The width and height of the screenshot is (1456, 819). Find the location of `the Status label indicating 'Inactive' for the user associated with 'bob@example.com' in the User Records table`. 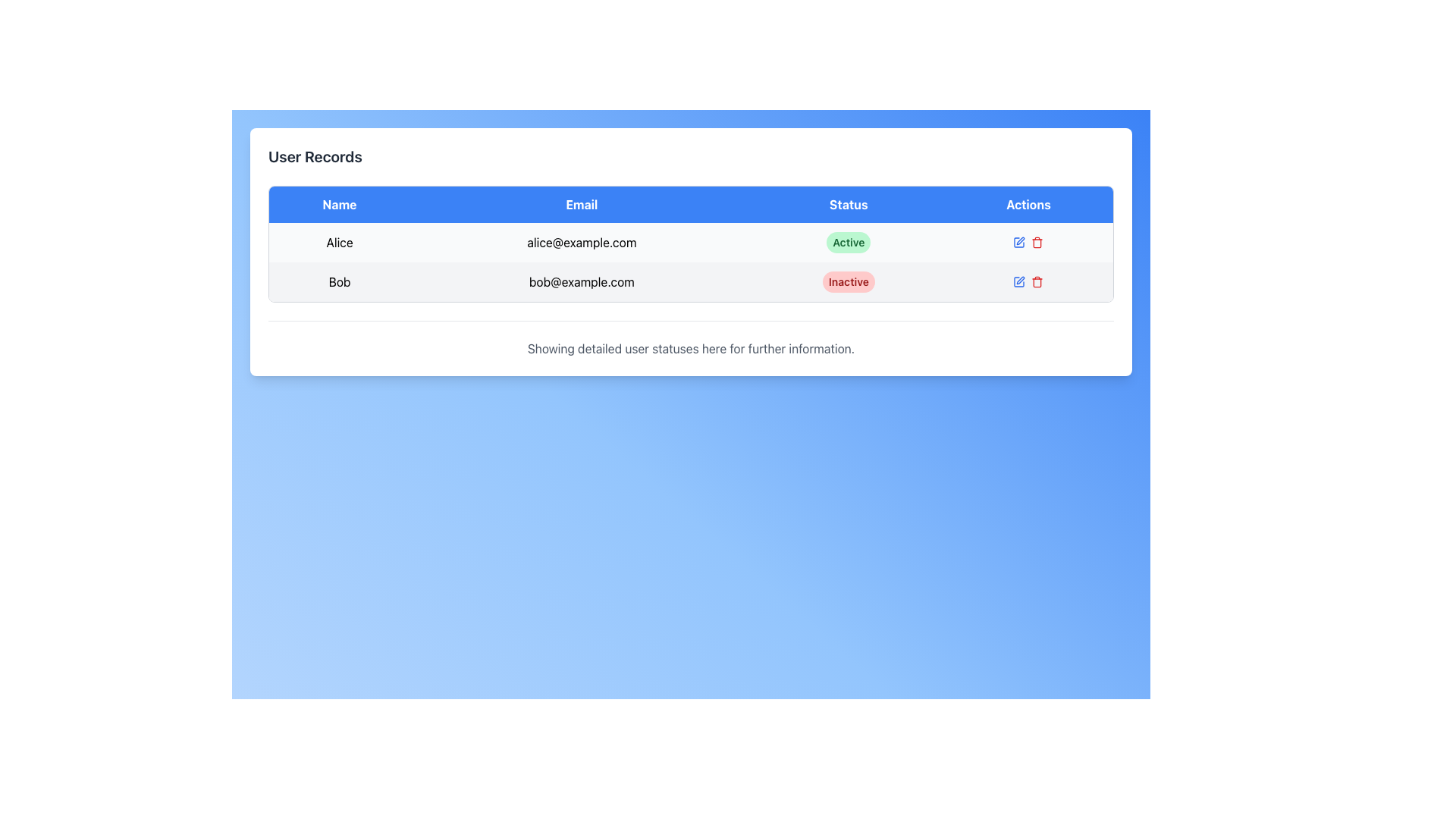

the Status label indicating 'Inactive' for the user associated with 'bob@example.com' in the User Records table is located at coordinates (848, 281).